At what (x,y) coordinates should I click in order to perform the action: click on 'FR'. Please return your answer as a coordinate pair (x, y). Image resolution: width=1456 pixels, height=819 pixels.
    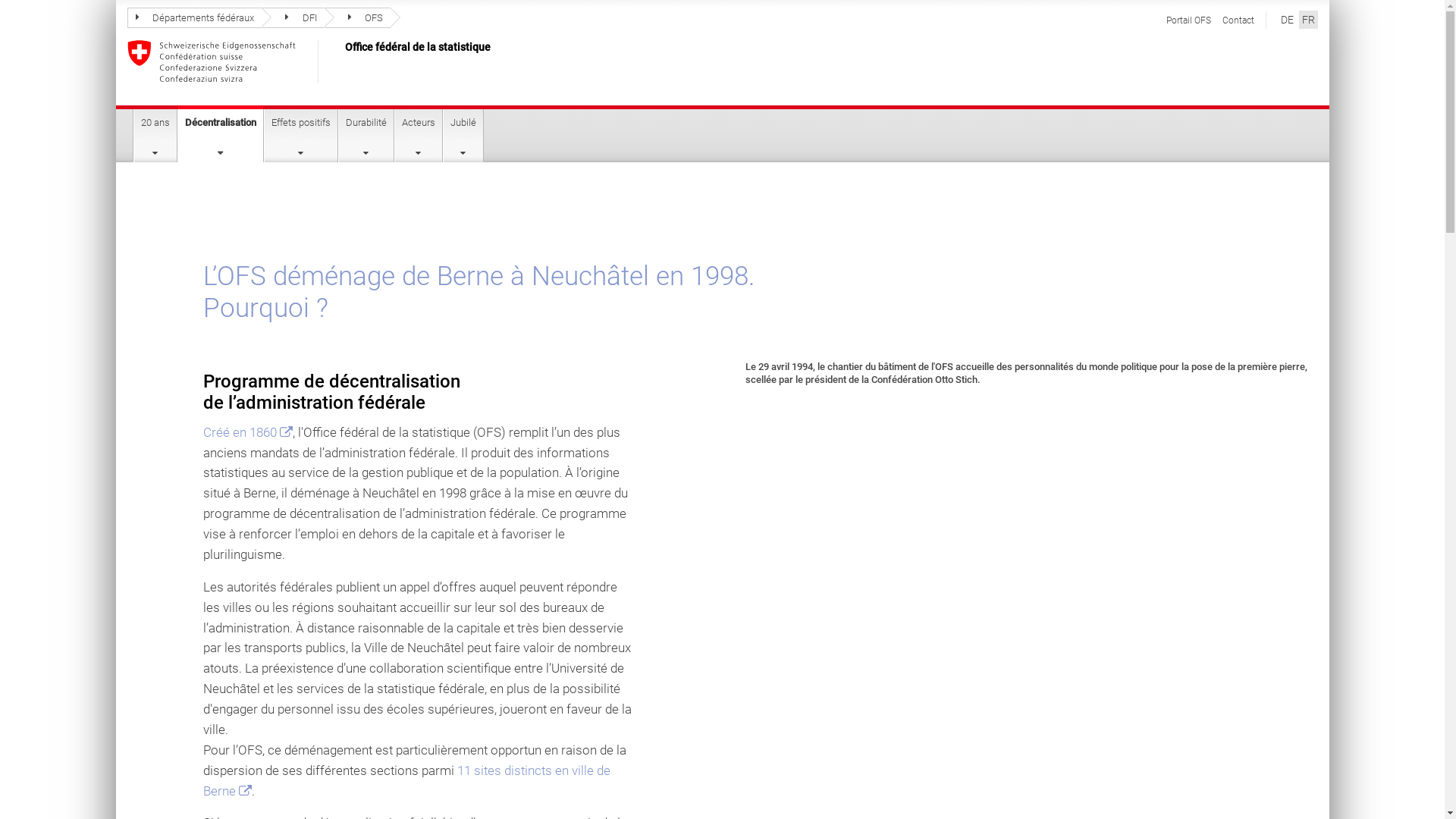
    Looking at the image, I should click on (1307, 20).